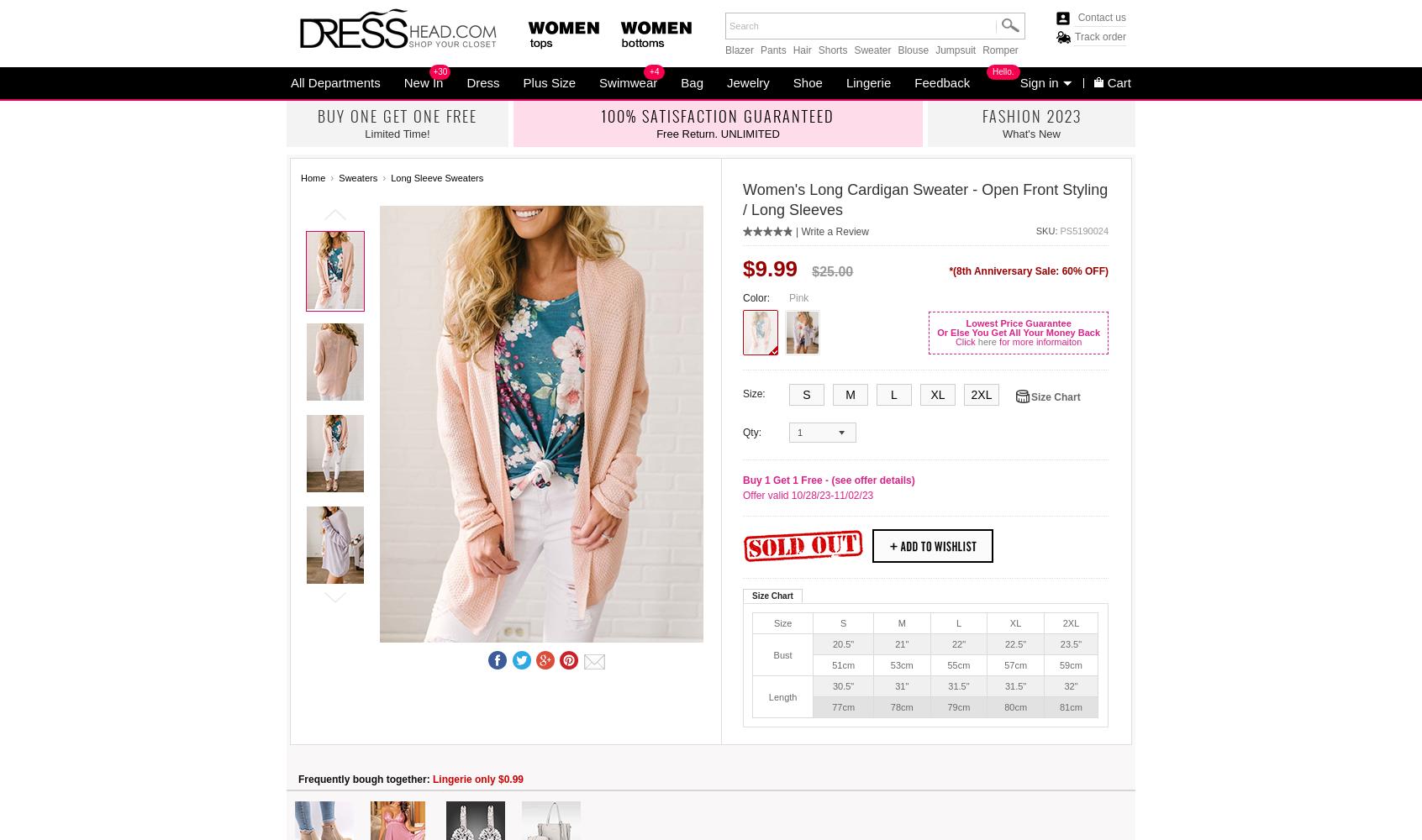 This screenshot has height=840, width=1422. What do you see at coordinates (842, 685) in the screenshot?
I see `'30.5"'` at bounding box center [842, 685].